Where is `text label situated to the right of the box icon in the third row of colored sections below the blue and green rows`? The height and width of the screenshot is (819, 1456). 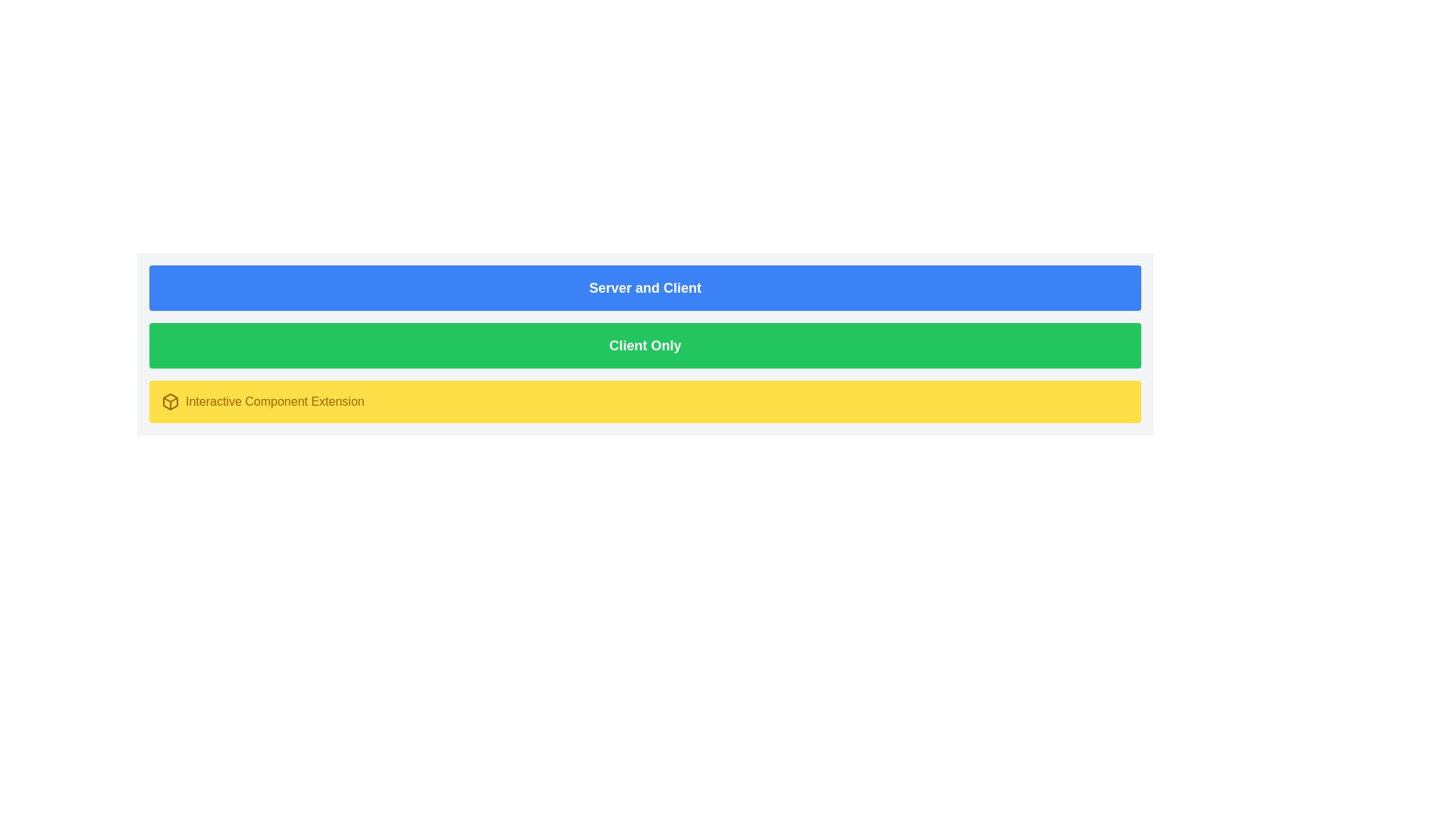
text label situated to the right of the box icon in the third row of colored sections below the blue and green rows is located at coordinates (275, 400).